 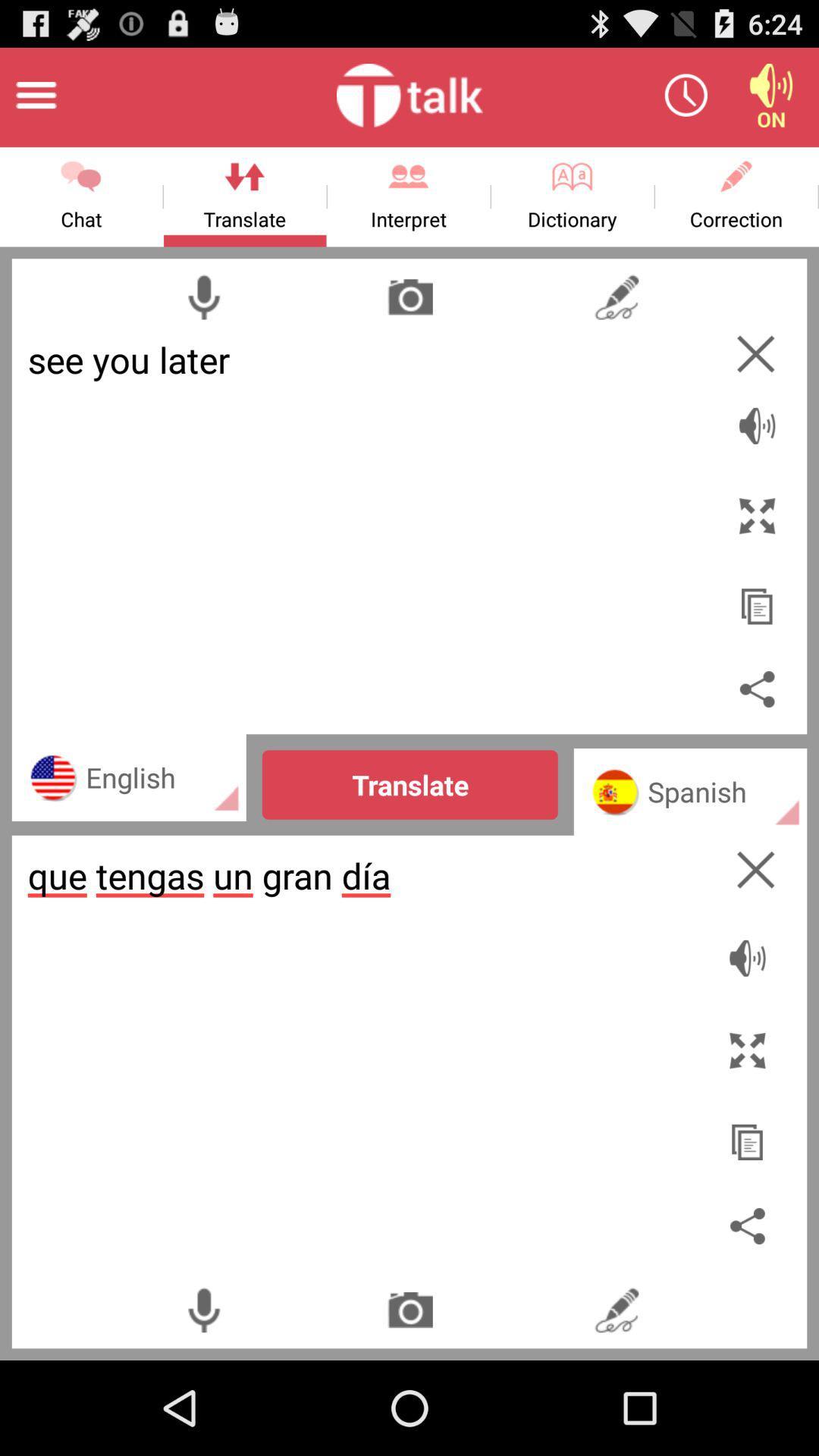 I want to click on the flash icon, so click(x=617, y=1401).